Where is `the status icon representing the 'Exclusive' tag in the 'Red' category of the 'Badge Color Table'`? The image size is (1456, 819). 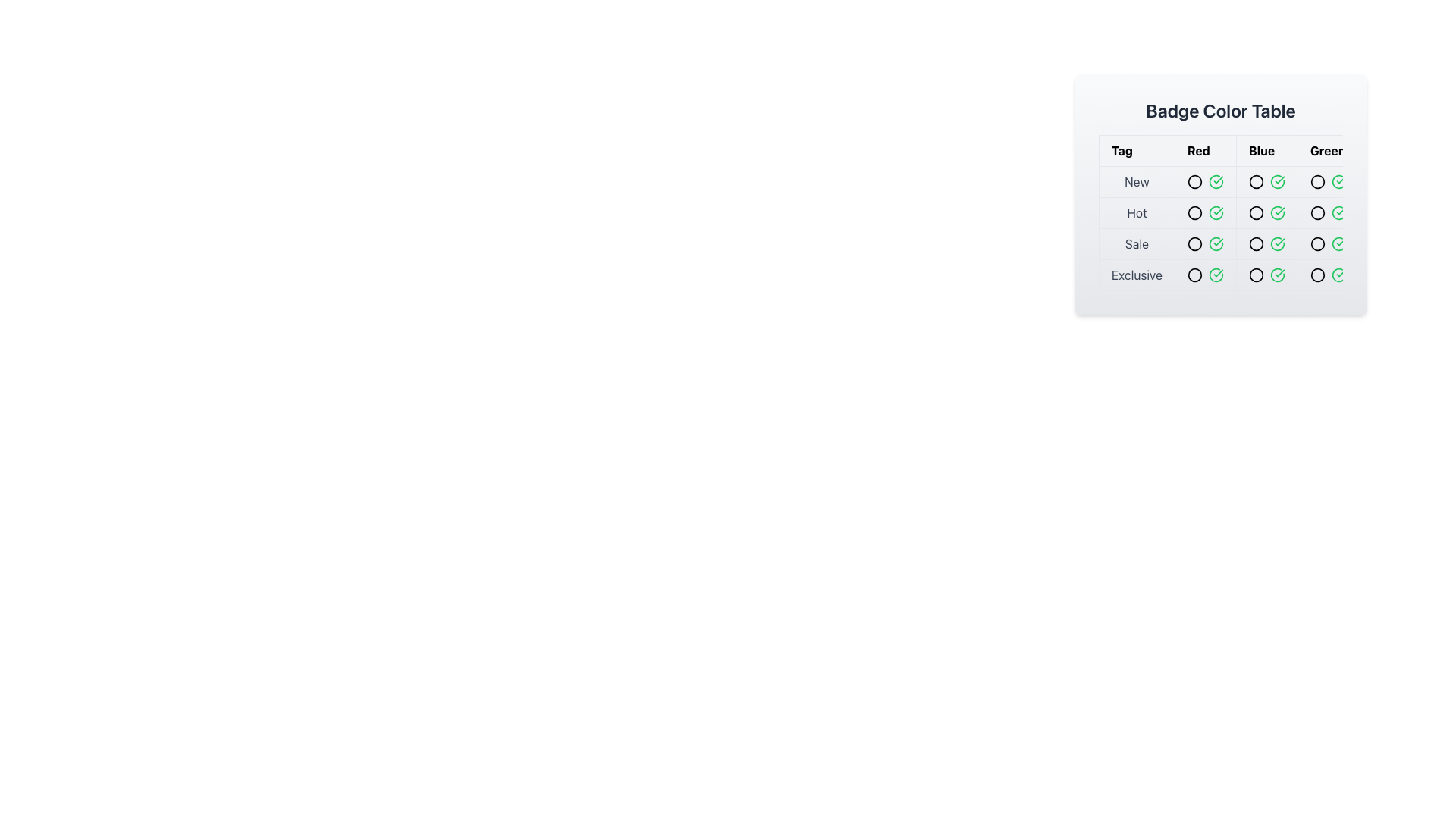
the status icon representing the 'Exclusive' tag in the 'Red' category of the 'Badge Color Table' is located at coordinates (1204, 275).